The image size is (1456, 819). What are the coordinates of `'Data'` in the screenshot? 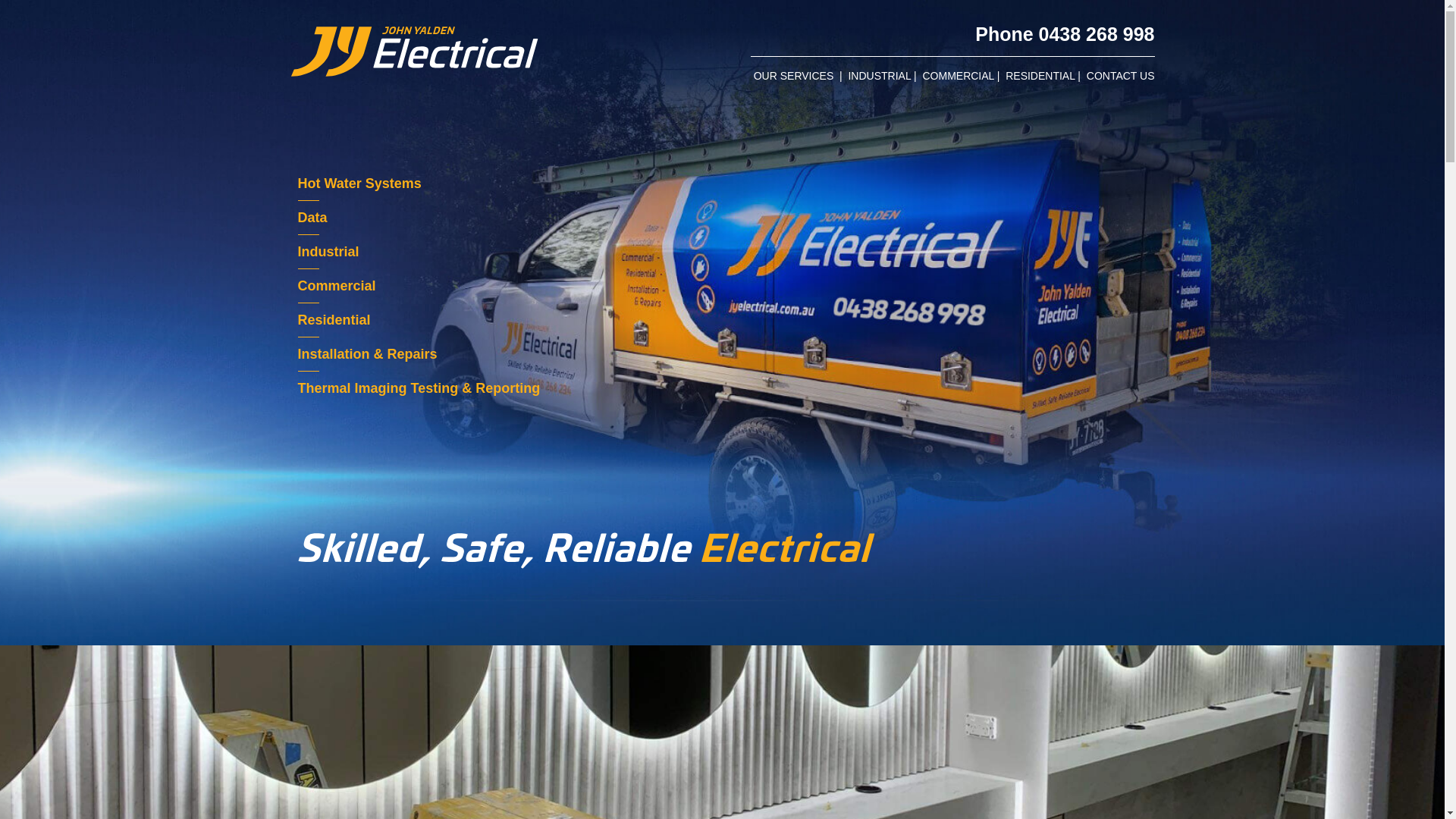 It's located at (297, 217).